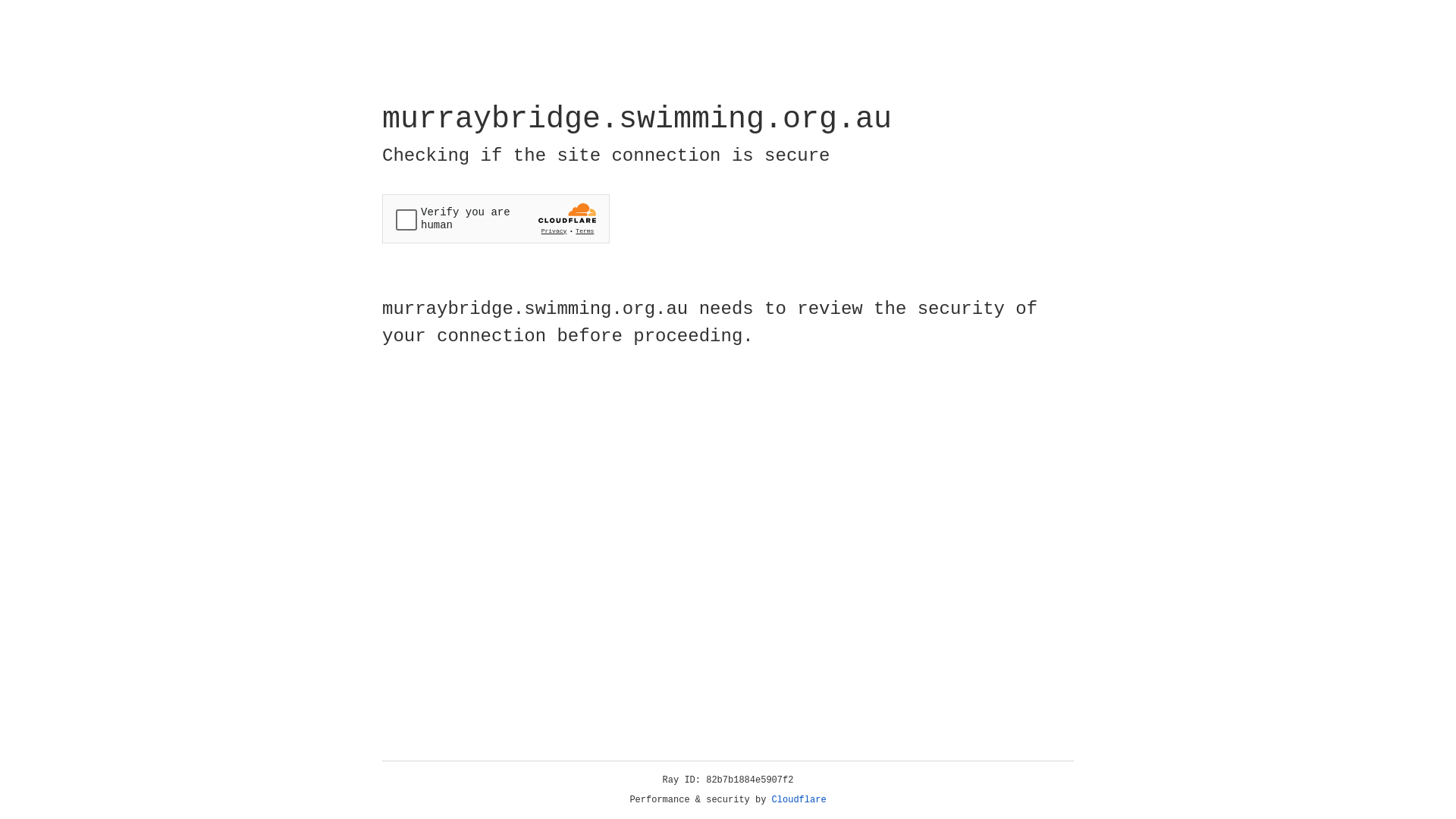 This screenshot has width=1456, height=819. What do you see at coordinates (771, 799) in the screenshot?
I see `'Cloudflare'` at bounding box center [771, 799].